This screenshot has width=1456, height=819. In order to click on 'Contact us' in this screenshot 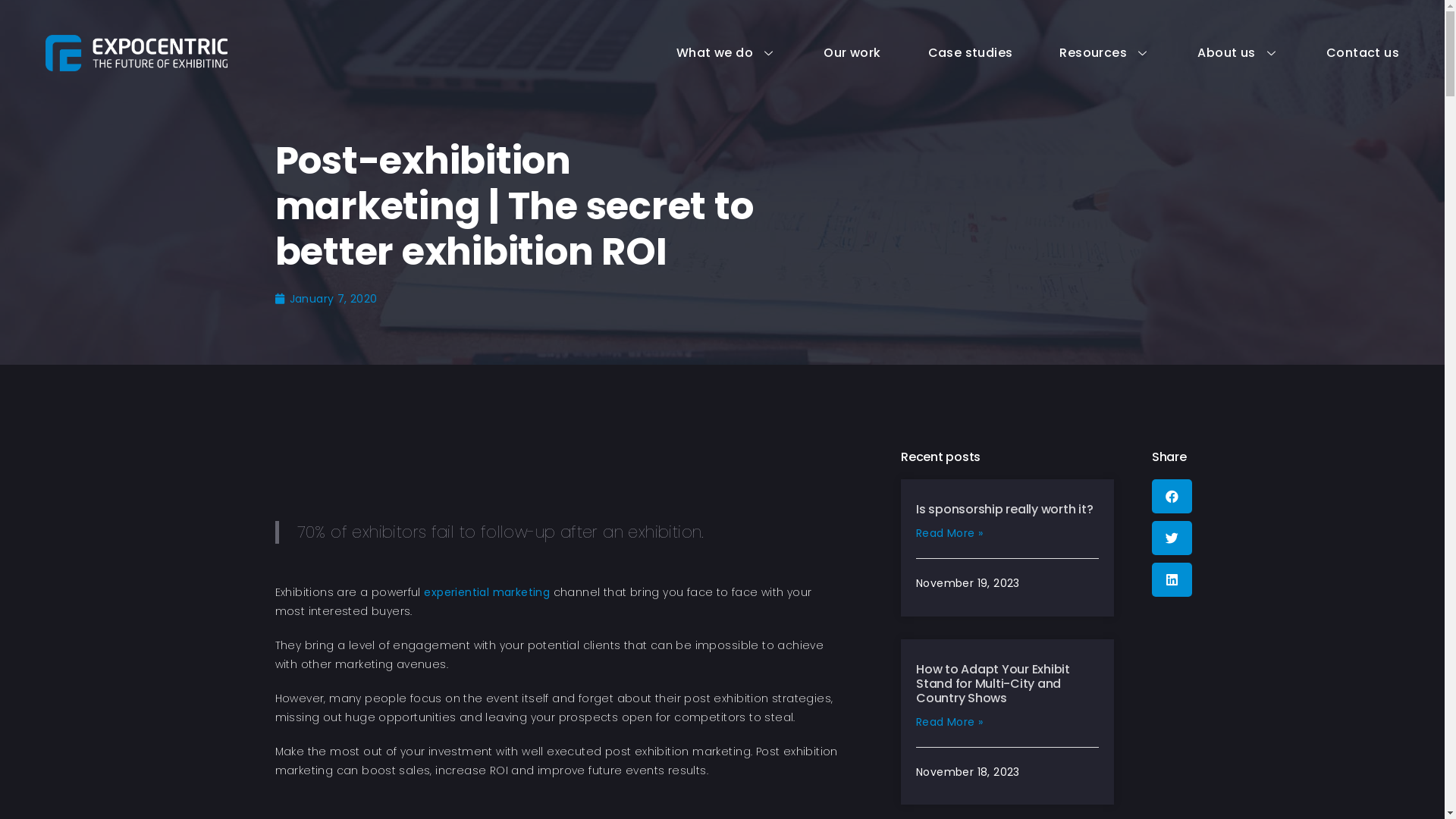, I will do `click(1339, 52)`.